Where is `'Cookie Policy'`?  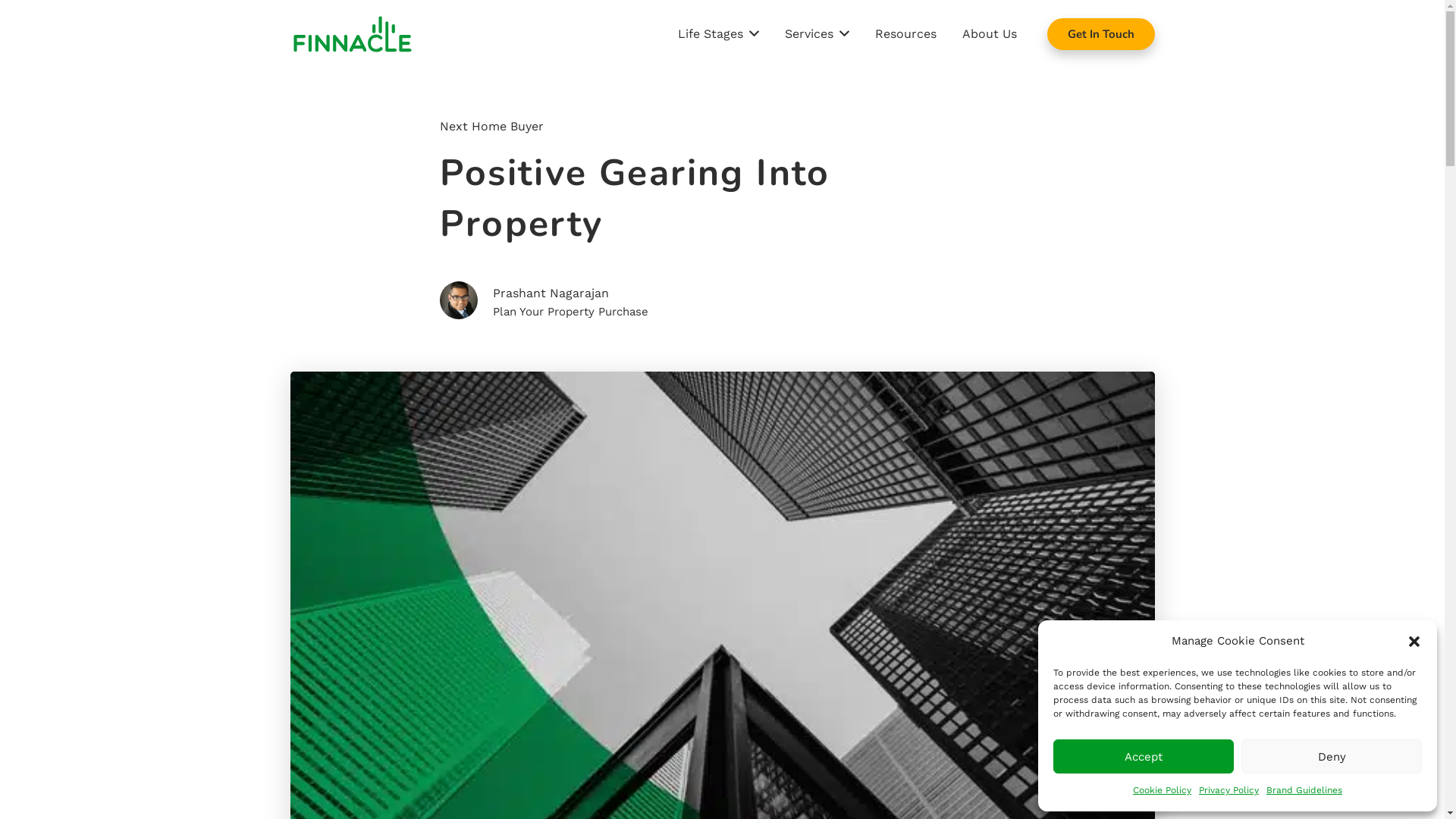
'Cookie Policy' is located at coordinates (1161, 789).